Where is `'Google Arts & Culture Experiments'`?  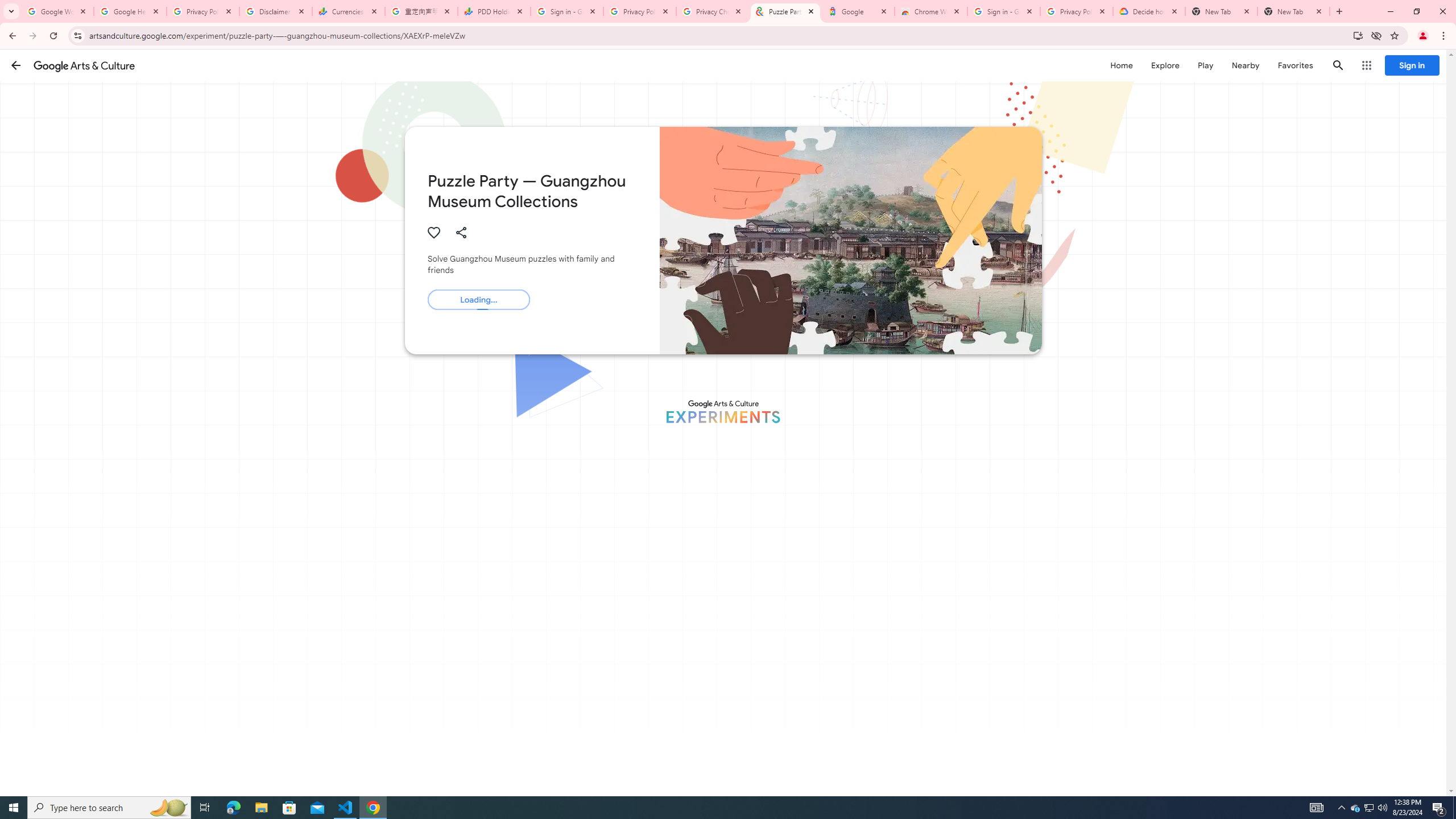 'Google Arts & Culture Experiments' is located at coordinates (723, 411).